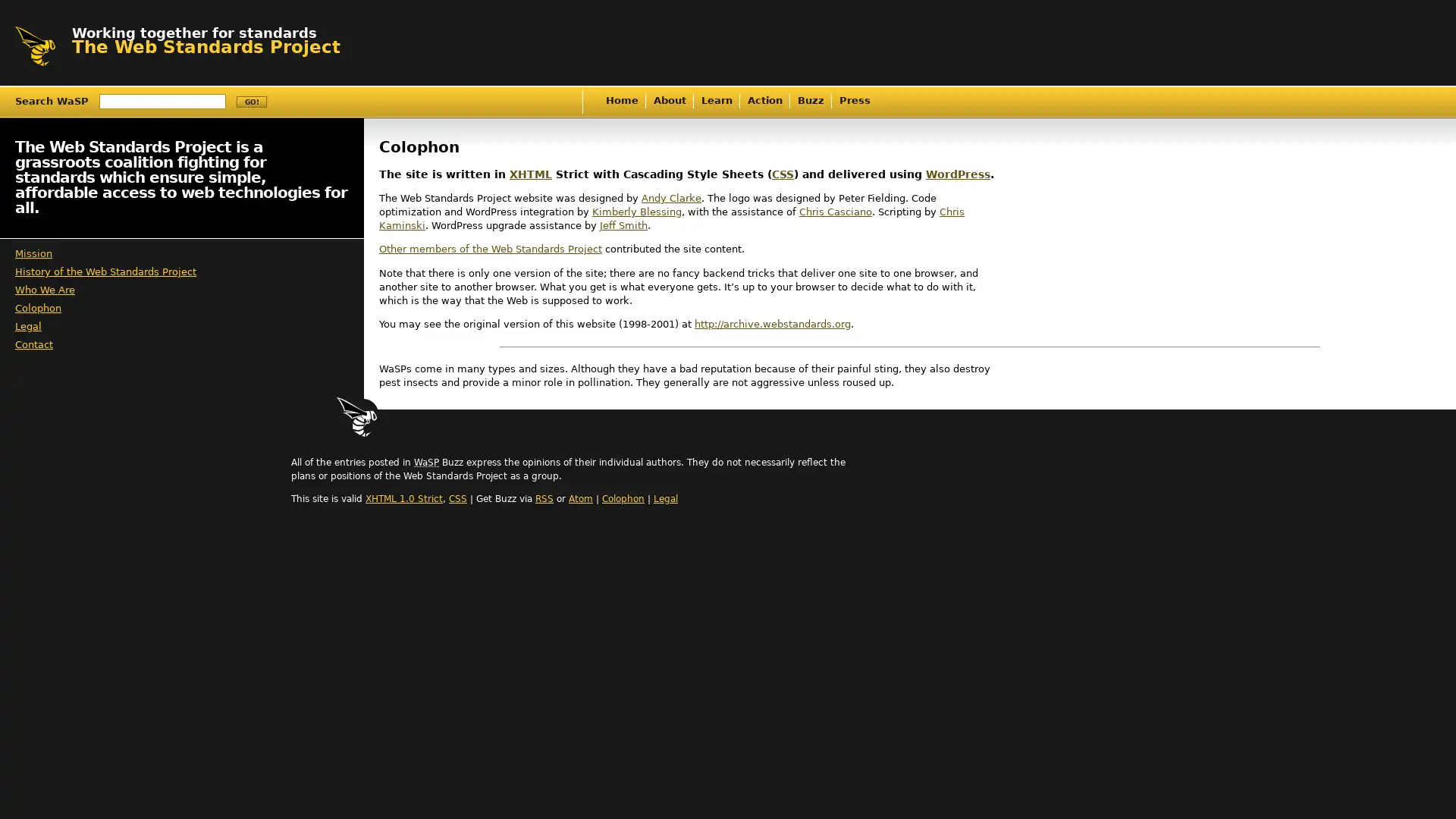  I want to click on Go!, so click(251, 102).